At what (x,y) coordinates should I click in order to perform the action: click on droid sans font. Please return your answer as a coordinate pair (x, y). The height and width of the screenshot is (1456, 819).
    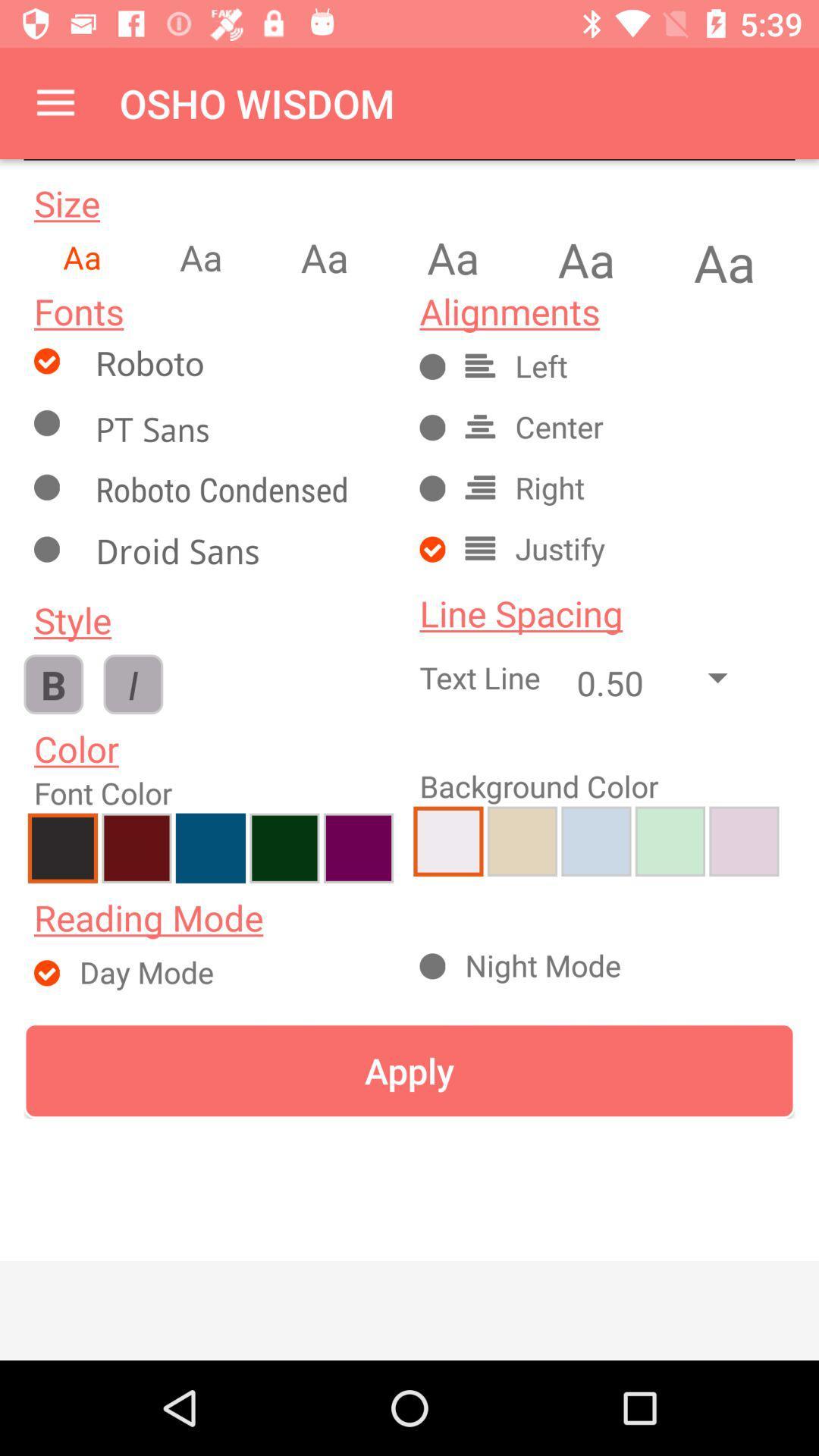
    Looking at the image, I should click on (239, 554).